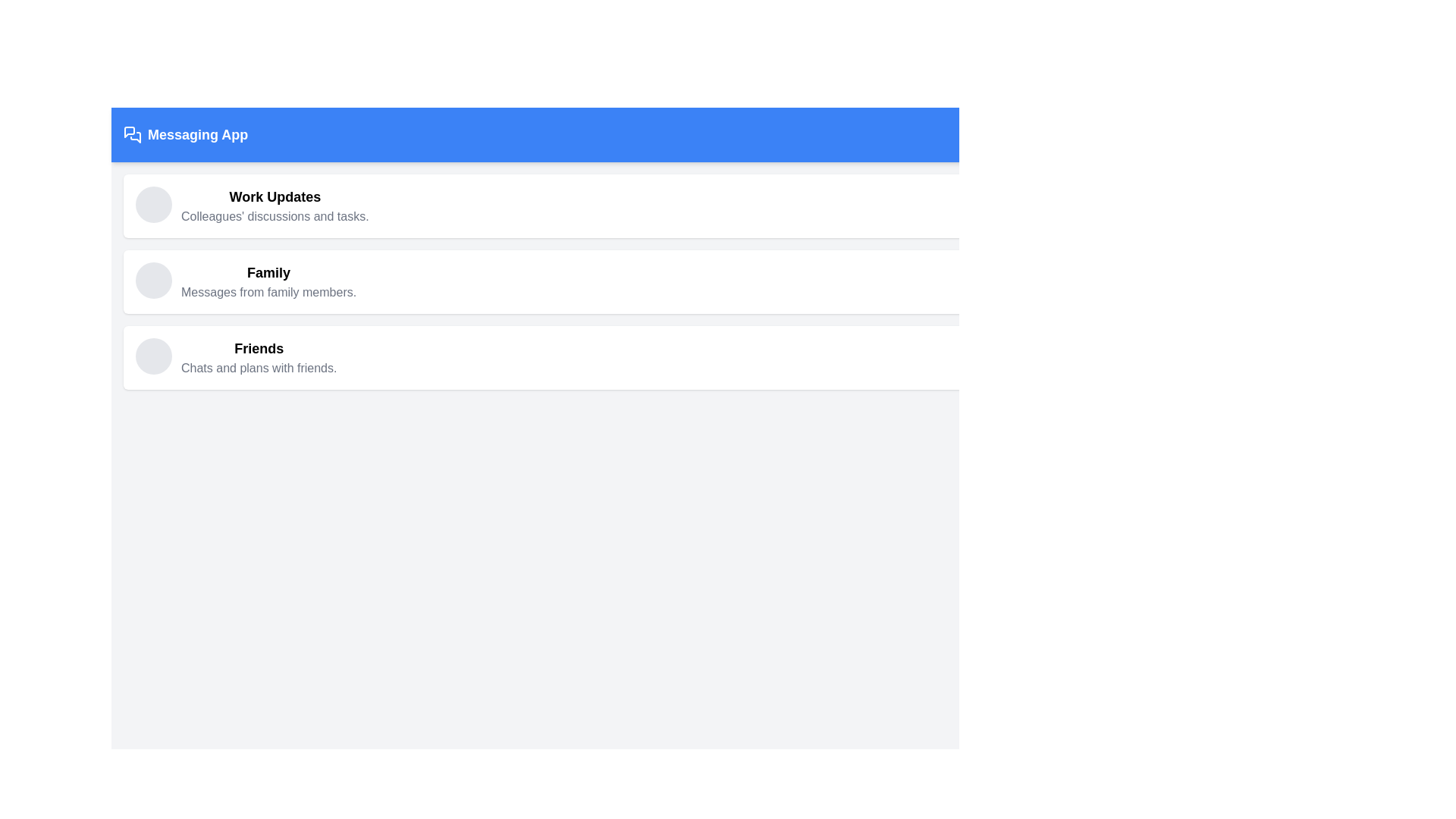 Image resolution: width=1456 pixels, height=819 pixels. I want to click on the text label displaying 'Colleagues' discussions and tasks.' located below the 'Work Updates' heading, so click(275, 216).